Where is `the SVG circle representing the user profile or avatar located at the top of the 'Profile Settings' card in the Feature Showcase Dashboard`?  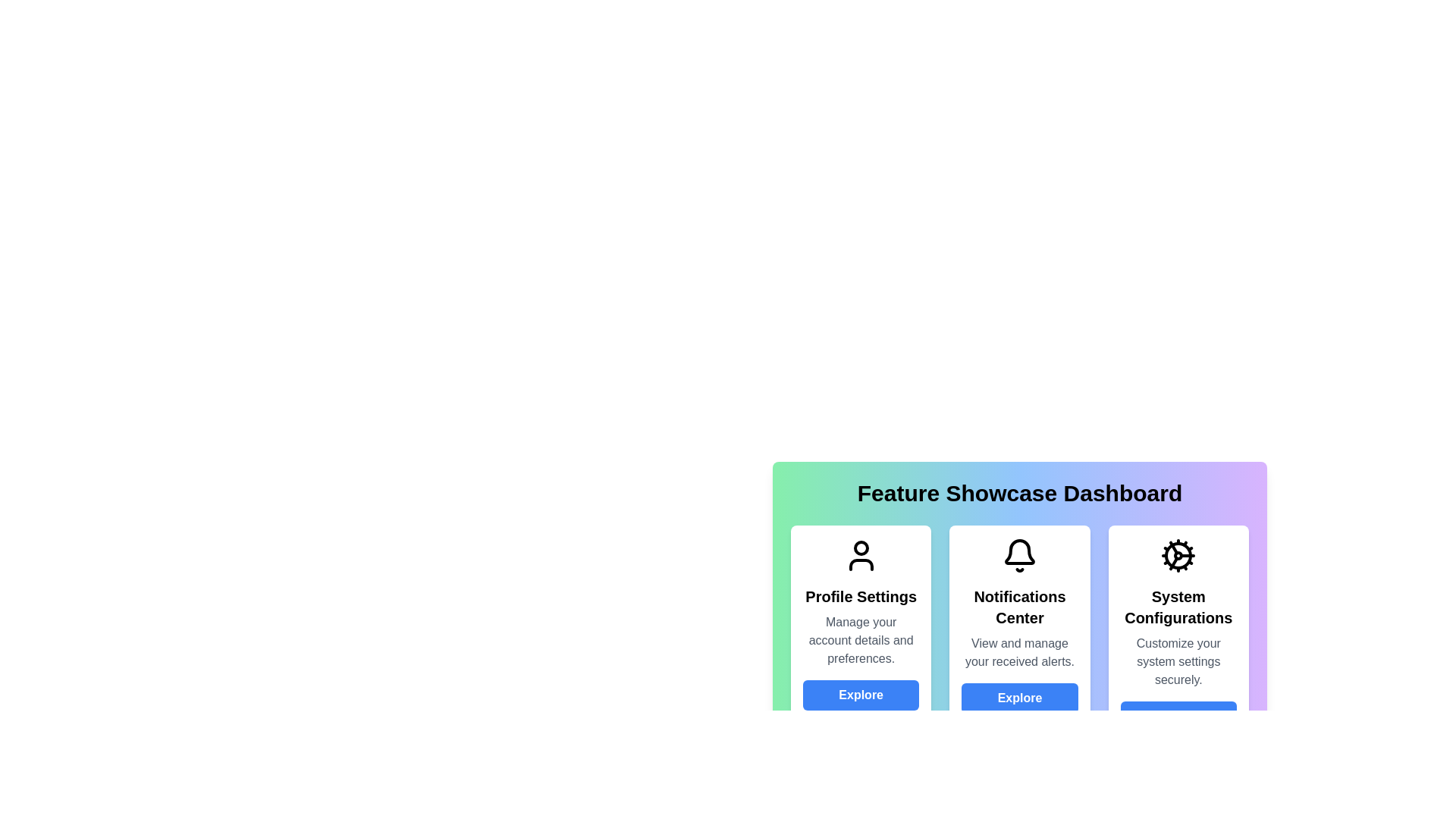
the SVG circle representing the user profile or avatar located at the top of the 'Profile Settings' card in the Feature Showcase Dashboard is located at coordinates (861, 548).